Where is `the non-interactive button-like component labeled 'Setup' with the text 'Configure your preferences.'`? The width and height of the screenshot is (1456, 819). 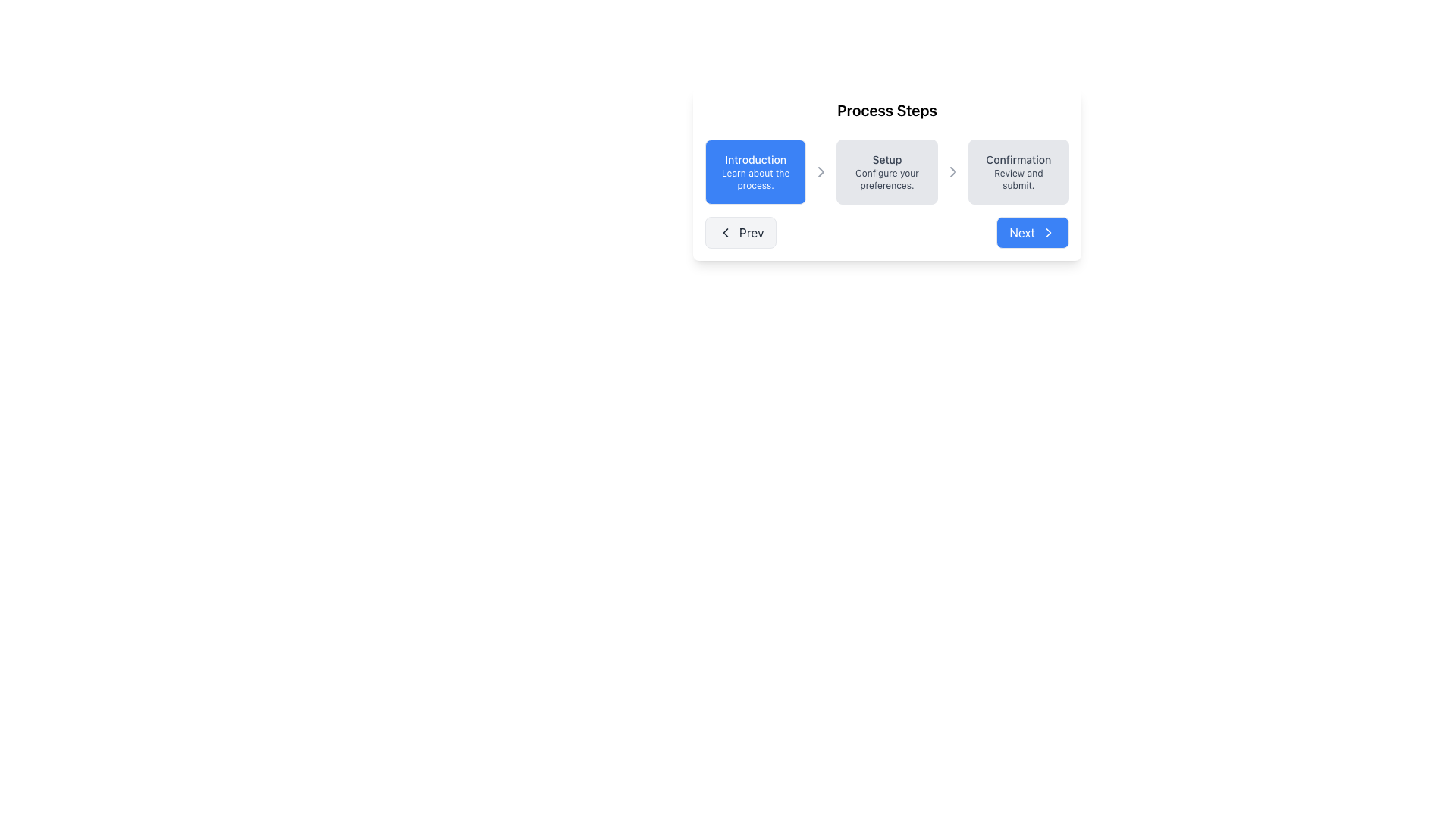
the non-interactive button-like component labeled 'Setup' with the text 'Configure your preferences.' is located at coordinates (887, 171).